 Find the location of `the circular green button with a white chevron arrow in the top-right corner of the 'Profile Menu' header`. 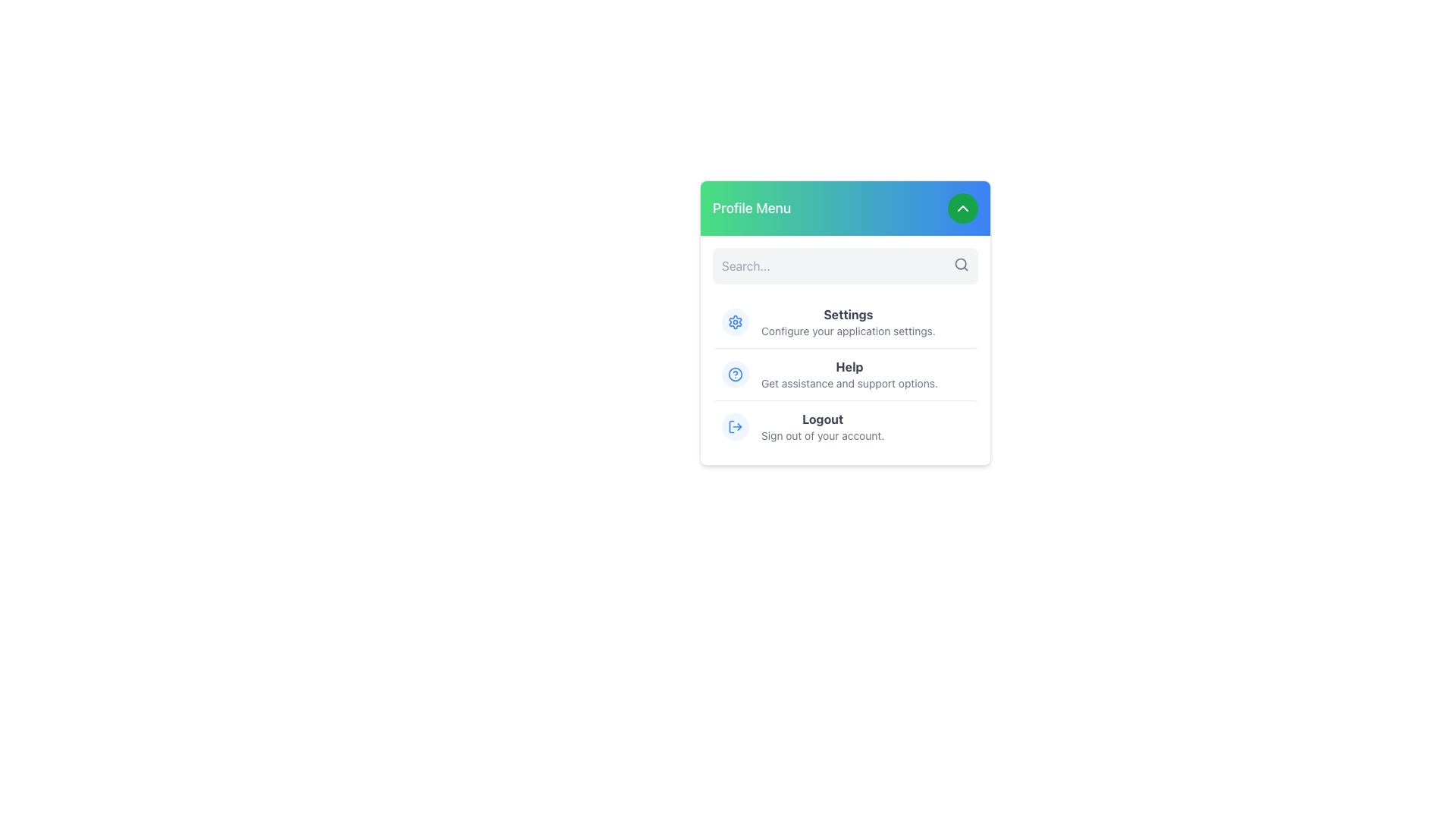

the circular green button with a white chevron arrow in the top-right corner of the 'Profile Menu' header is located at coordinates (962, 208).